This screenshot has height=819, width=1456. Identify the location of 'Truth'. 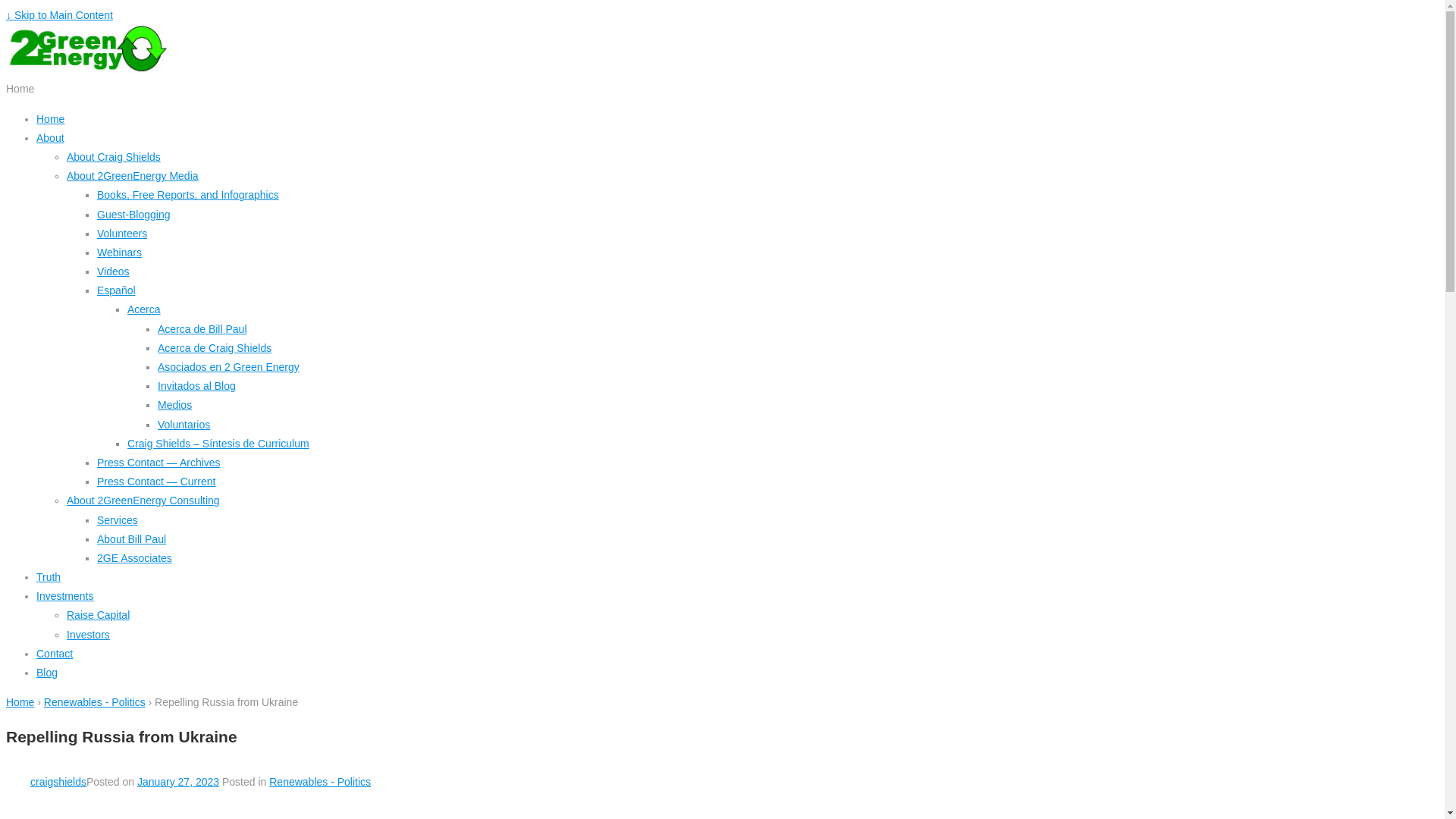
(36, 576).